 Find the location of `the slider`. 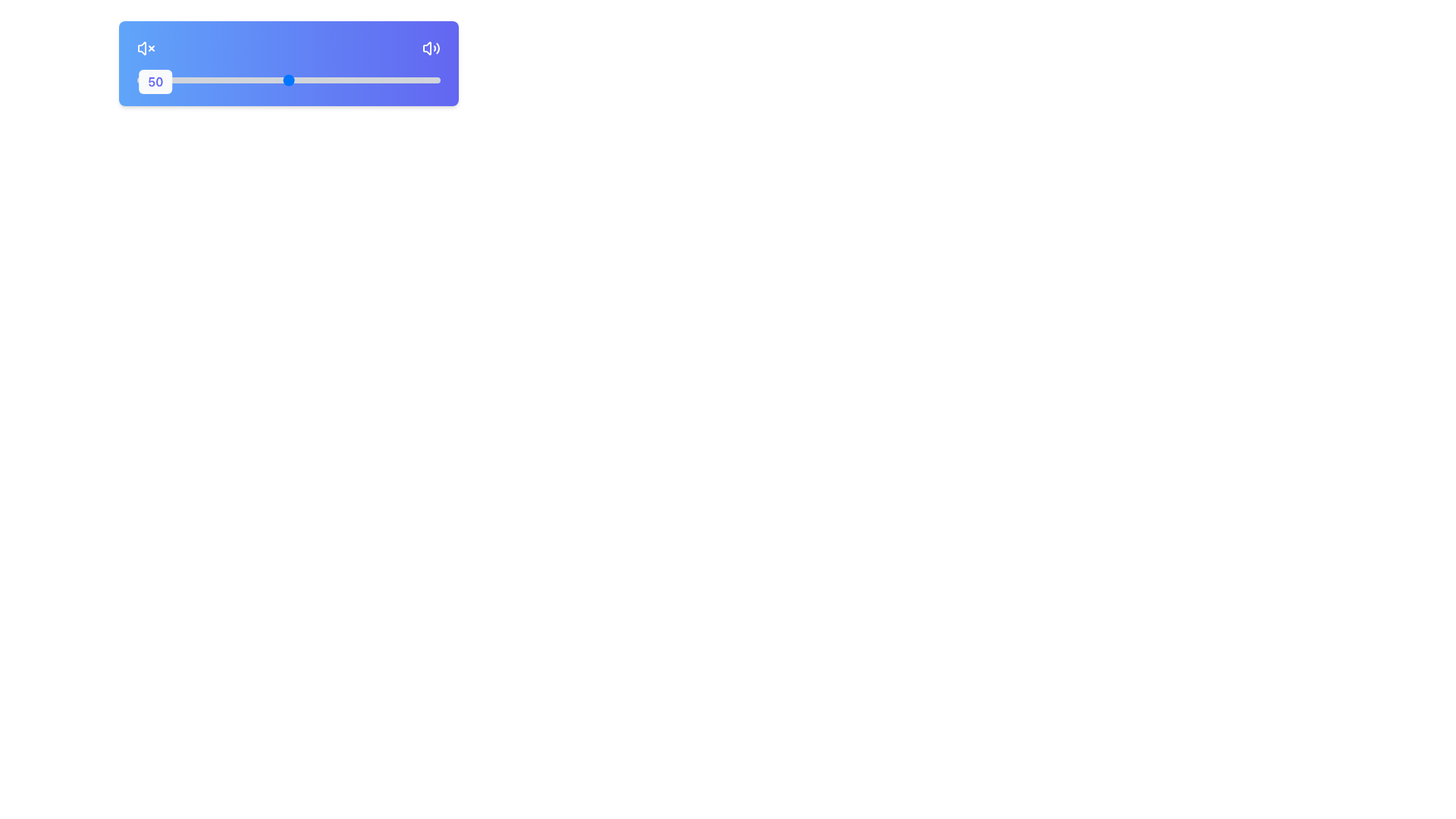

the slider is located at coordinates (342, 80).